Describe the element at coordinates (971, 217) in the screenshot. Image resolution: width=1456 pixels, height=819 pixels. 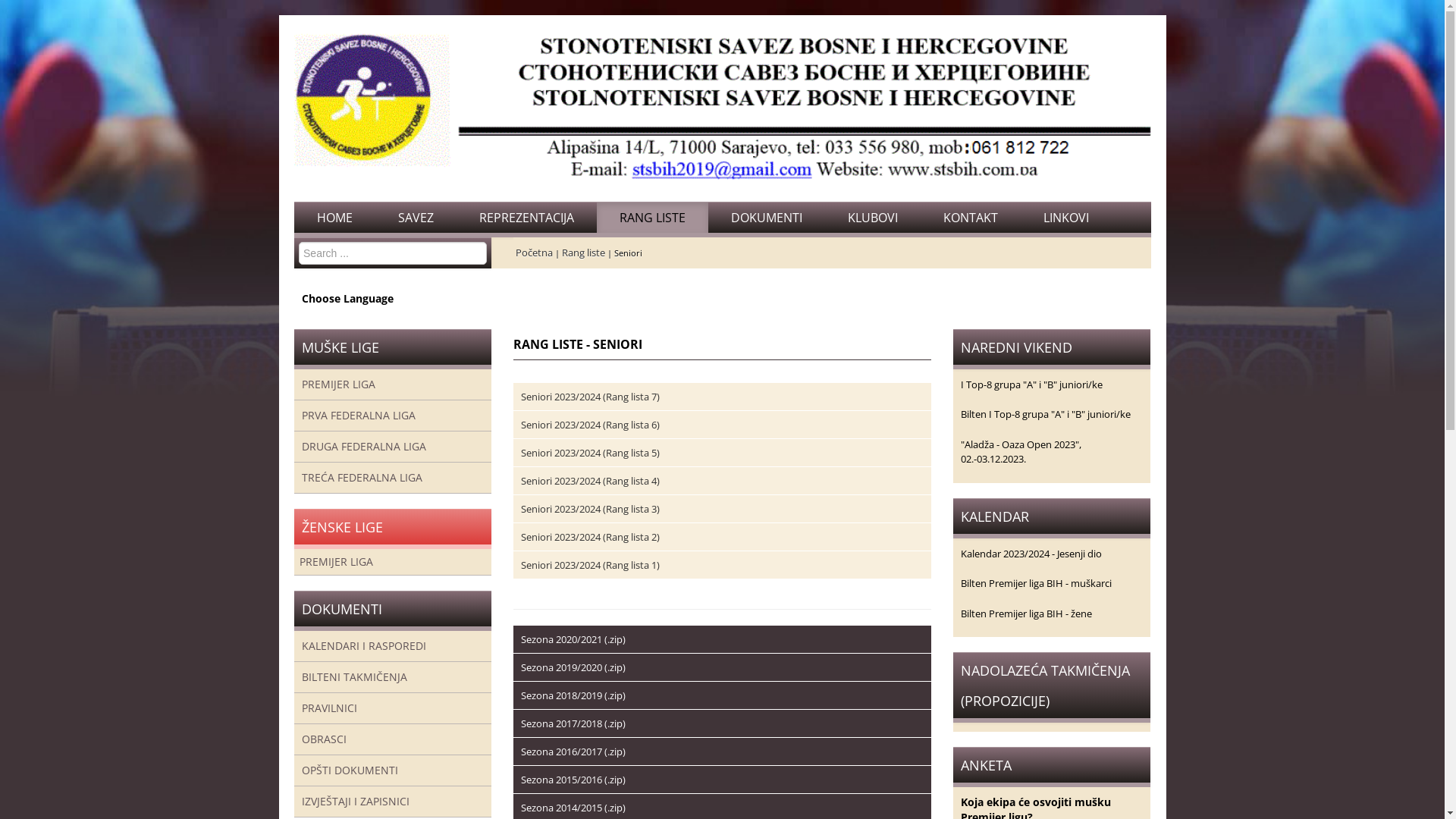
I see `'KONTAKT'` at that location.